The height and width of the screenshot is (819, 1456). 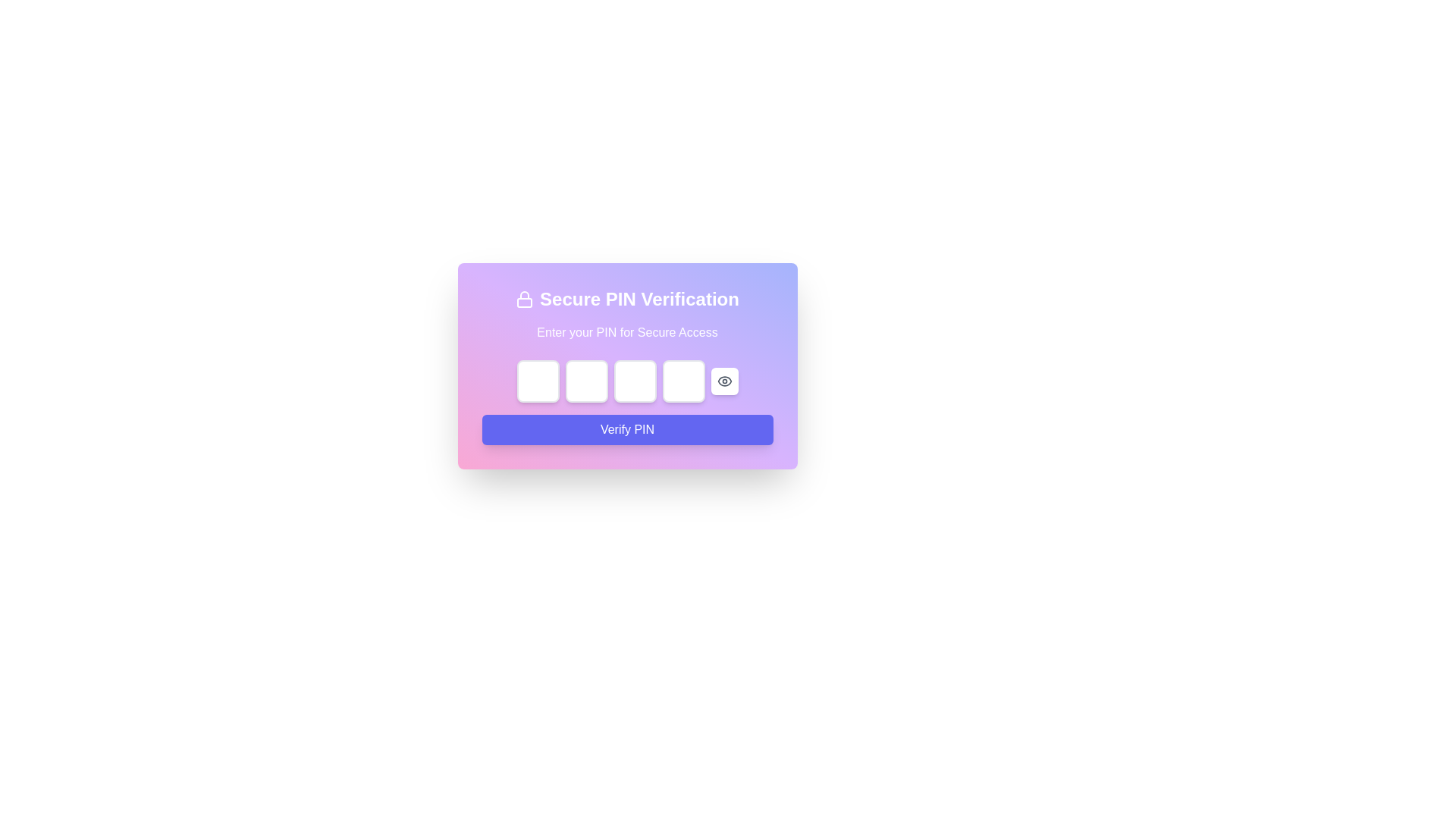 I want to click on the static body of the lock icon, which is a rectangular element positioned at the bottom part of the lock icon, so click(x=525, y=303).